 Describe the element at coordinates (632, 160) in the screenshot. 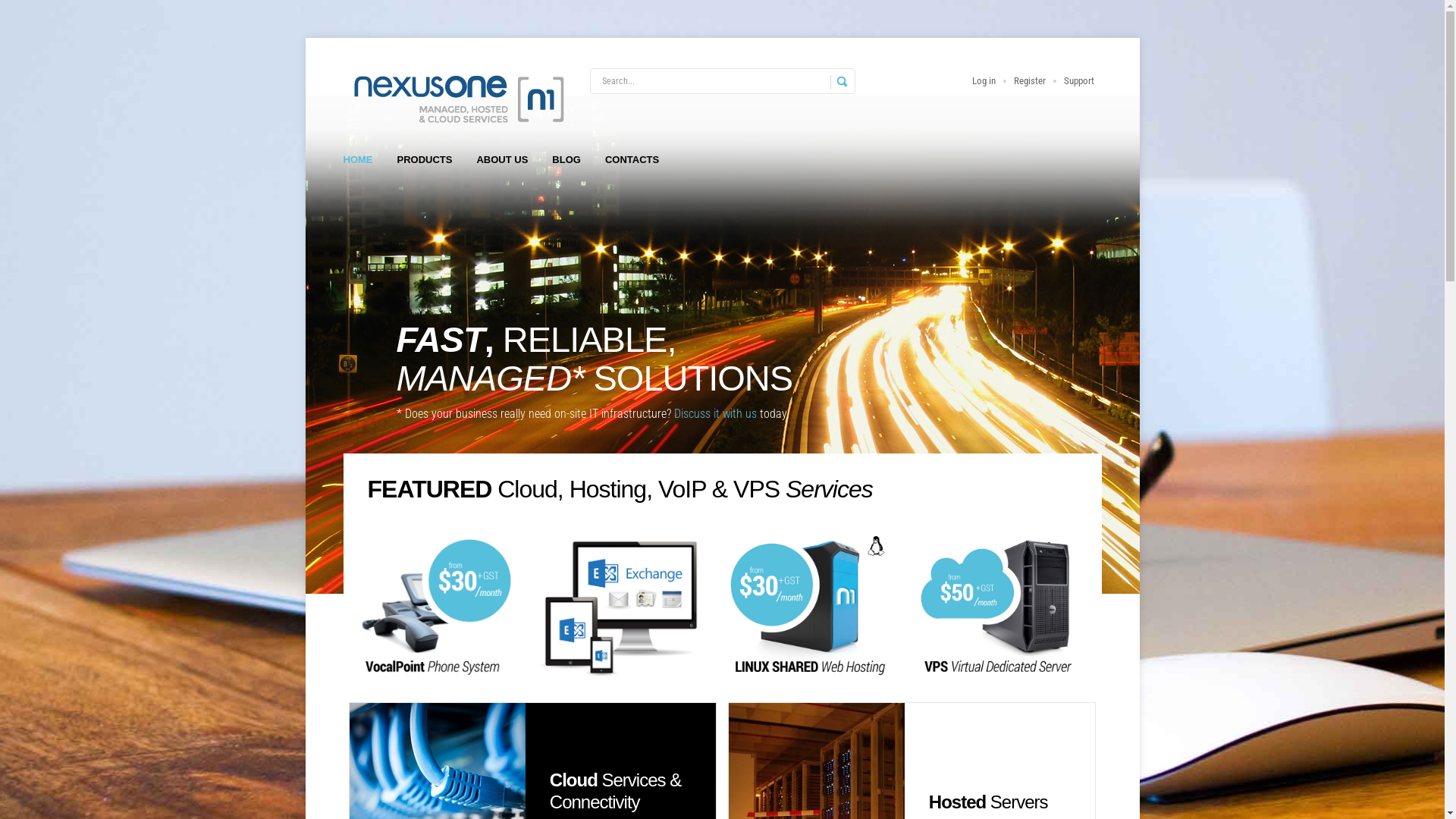

I see `'CONTACTS'` at that location.